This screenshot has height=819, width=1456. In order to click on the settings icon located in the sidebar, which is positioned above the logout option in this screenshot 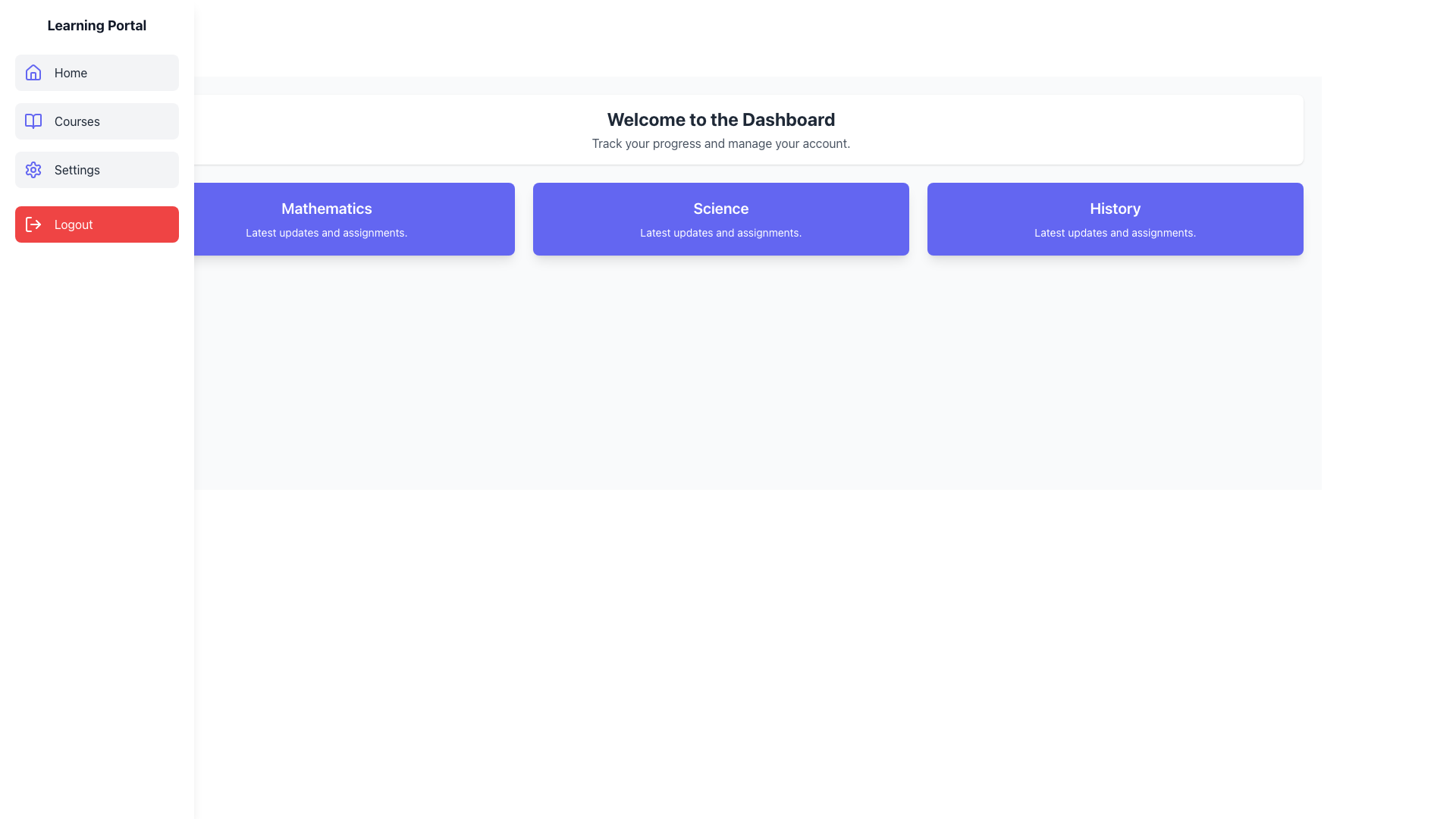, I will do `click(33, 169)`.